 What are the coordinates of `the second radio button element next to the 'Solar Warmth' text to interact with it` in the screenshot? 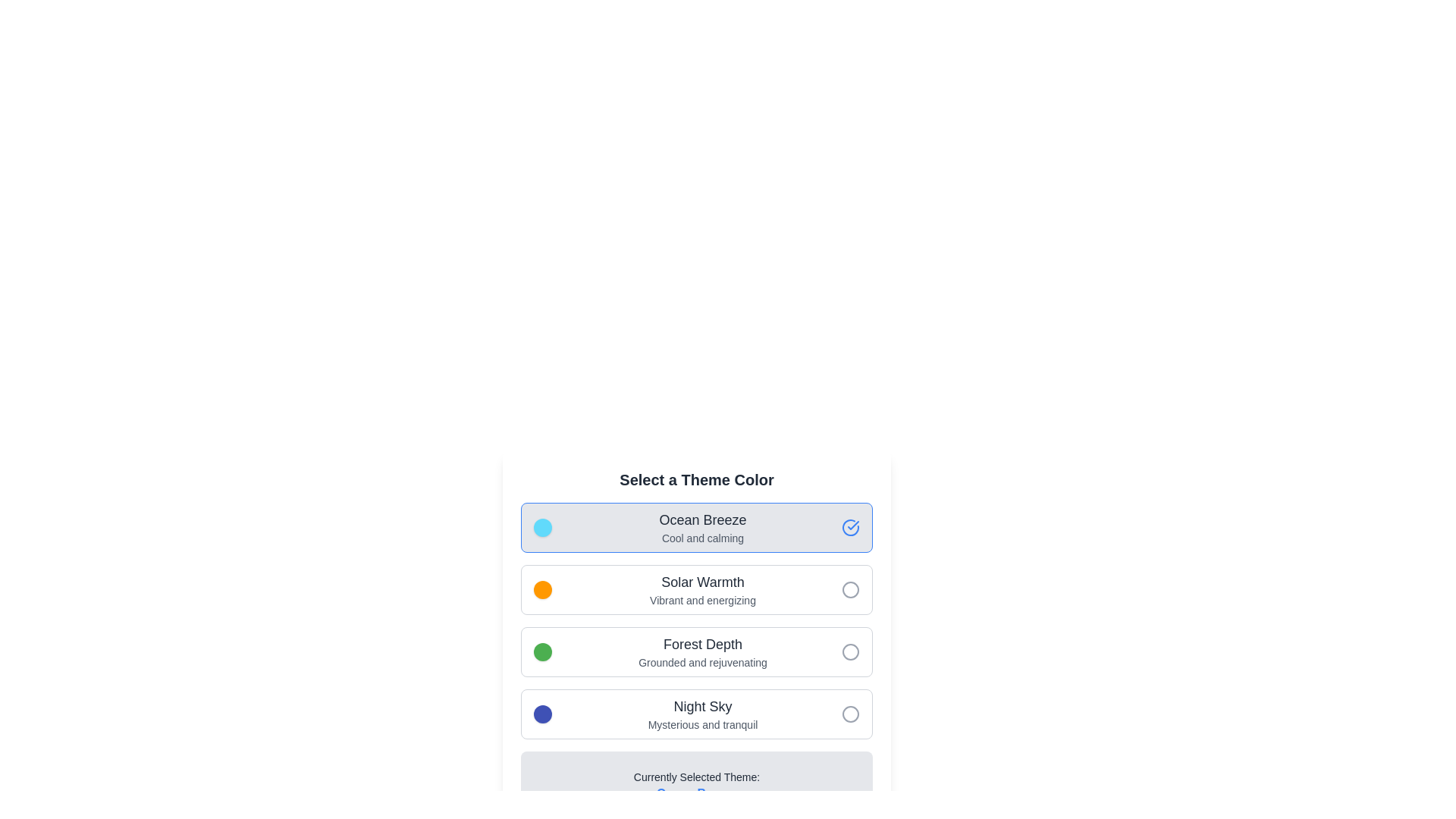 It's located at (851, 589).